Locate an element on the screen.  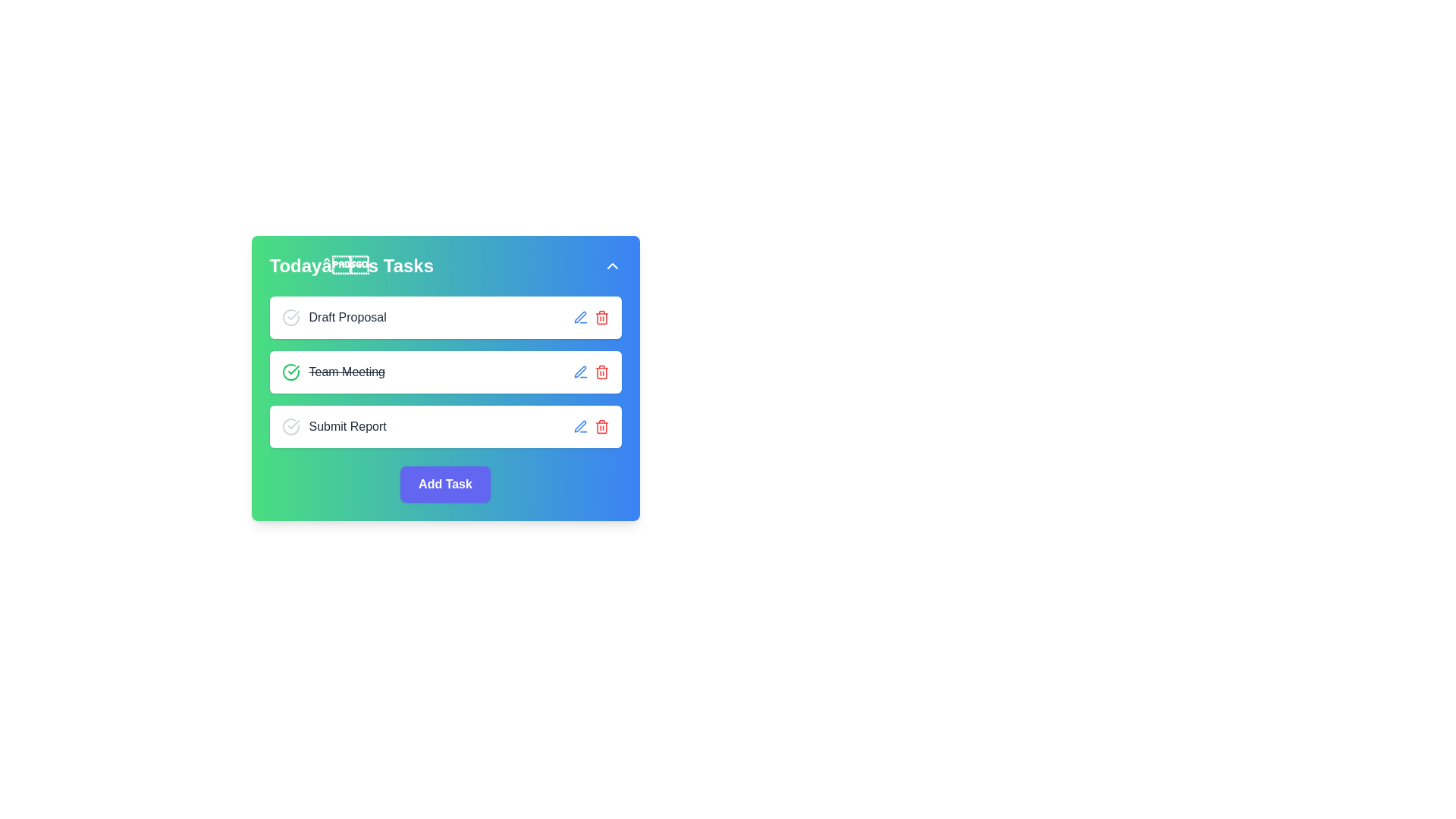
the 'Team Meeting' text label, which is styled with a line-through effect to indicate its completion, located in the second row of the task list interface is located at coordinates (346, 372).